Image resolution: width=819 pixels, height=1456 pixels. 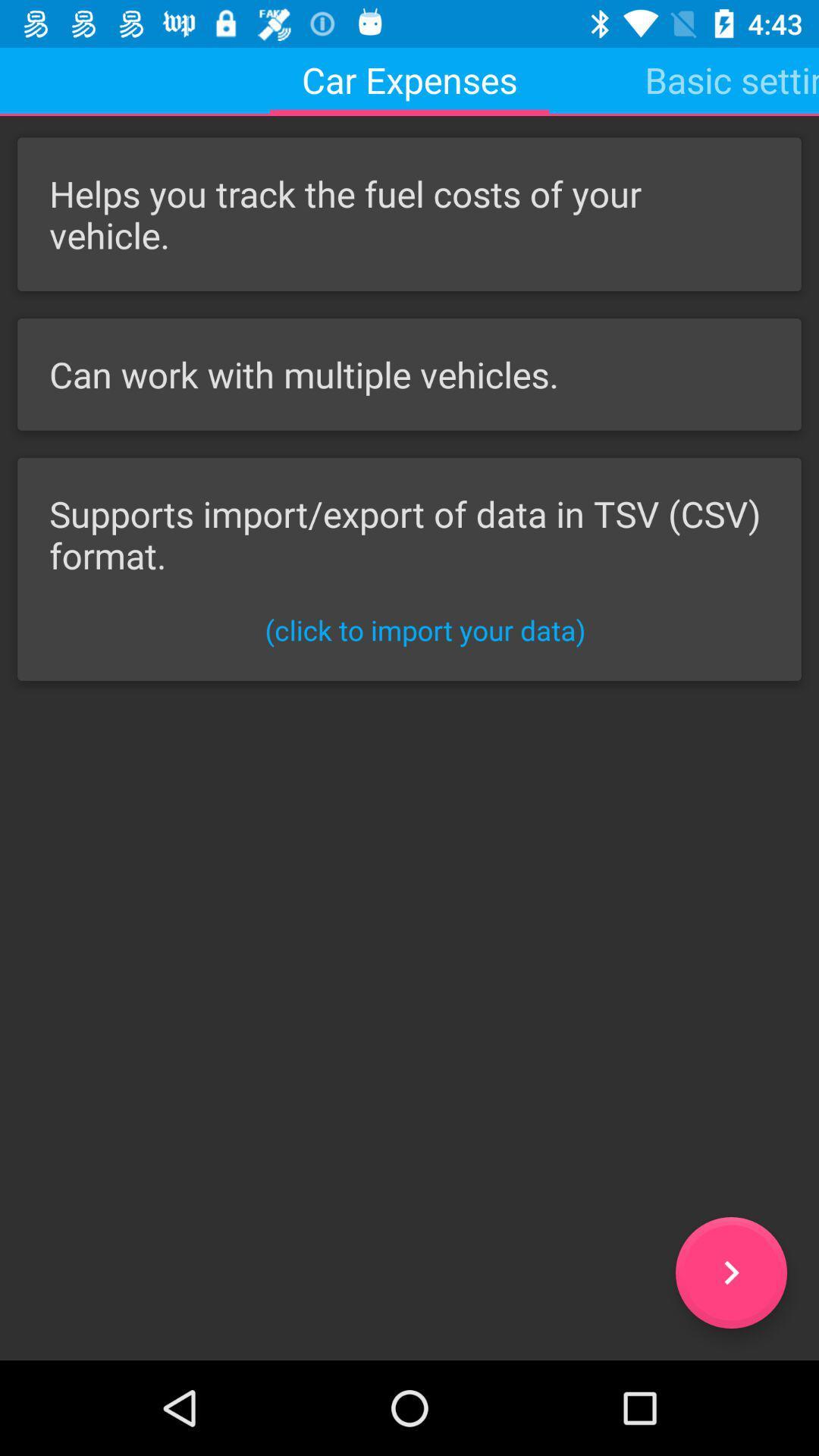 What do you see at coordinates (731, 79) in the screenshot?
I see `the basic settings icon` at bounding box center [731, 79].